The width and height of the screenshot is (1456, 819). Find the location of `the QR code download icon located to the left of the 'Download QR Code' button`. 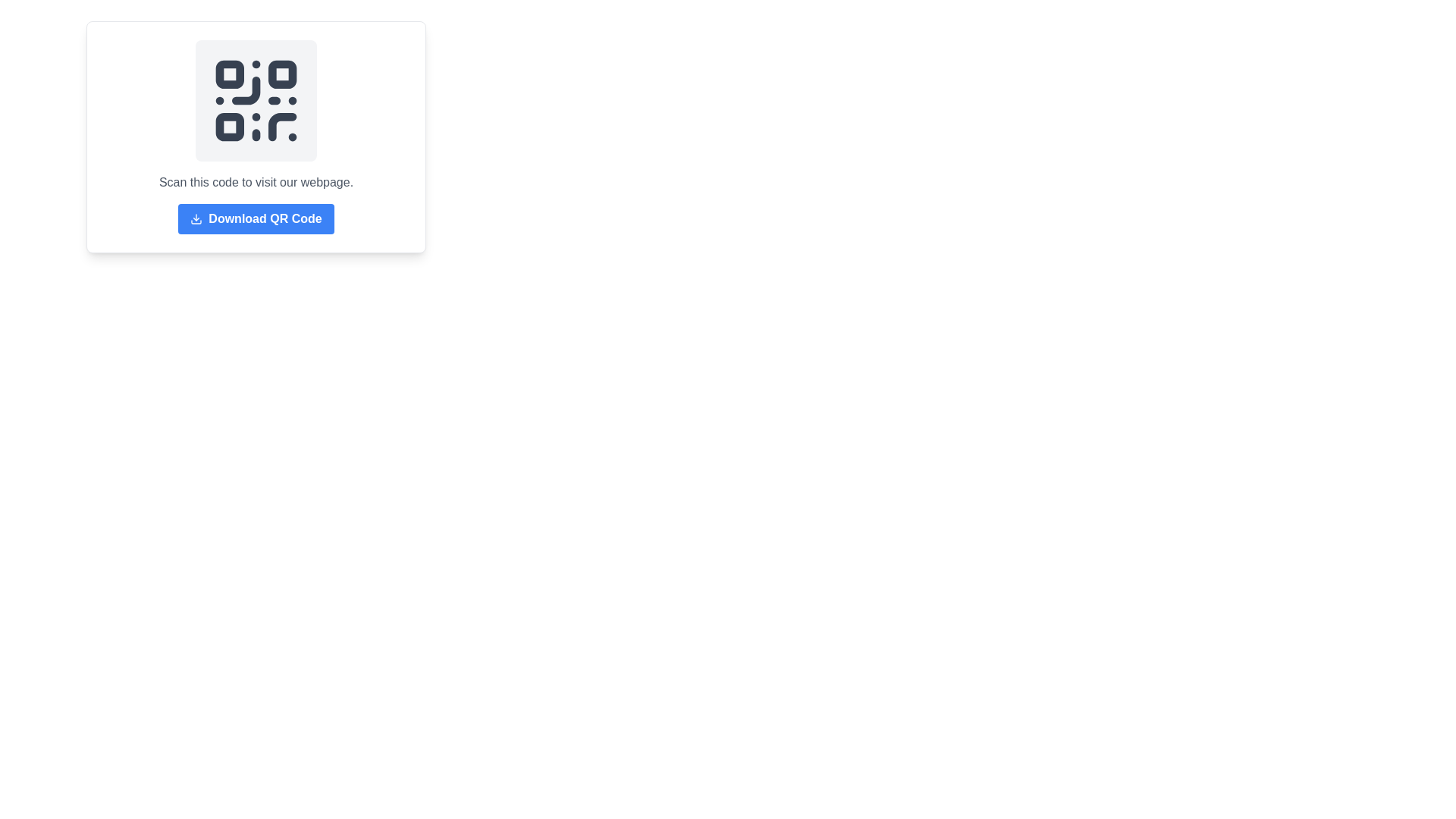

the QR code download icon located to the left of the 'Download QR Code' button is located at coordinates (196, 219).